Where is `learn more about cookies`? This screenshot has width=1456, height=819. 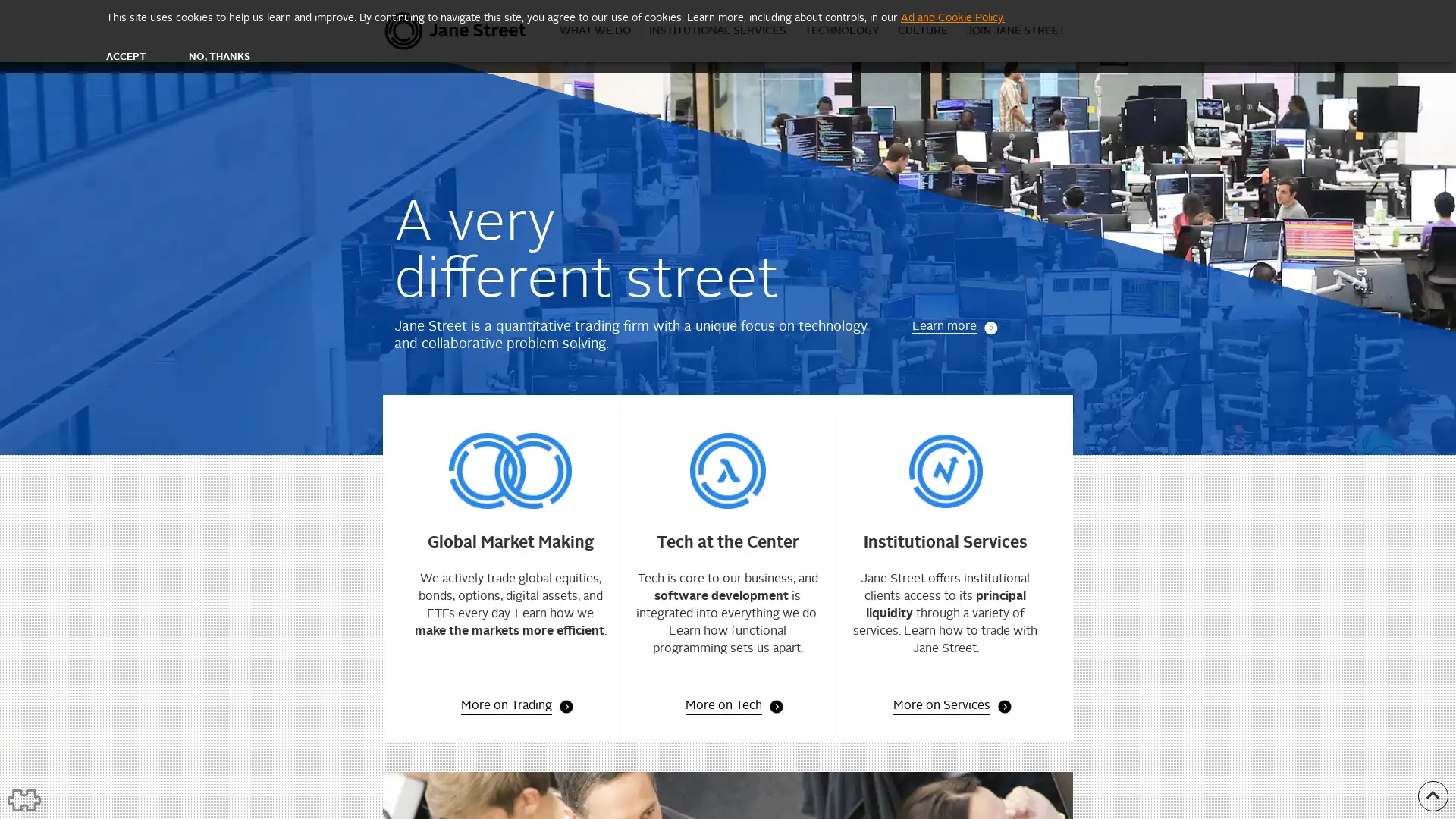 learn more about cookies is located at coordinates (952, 17).